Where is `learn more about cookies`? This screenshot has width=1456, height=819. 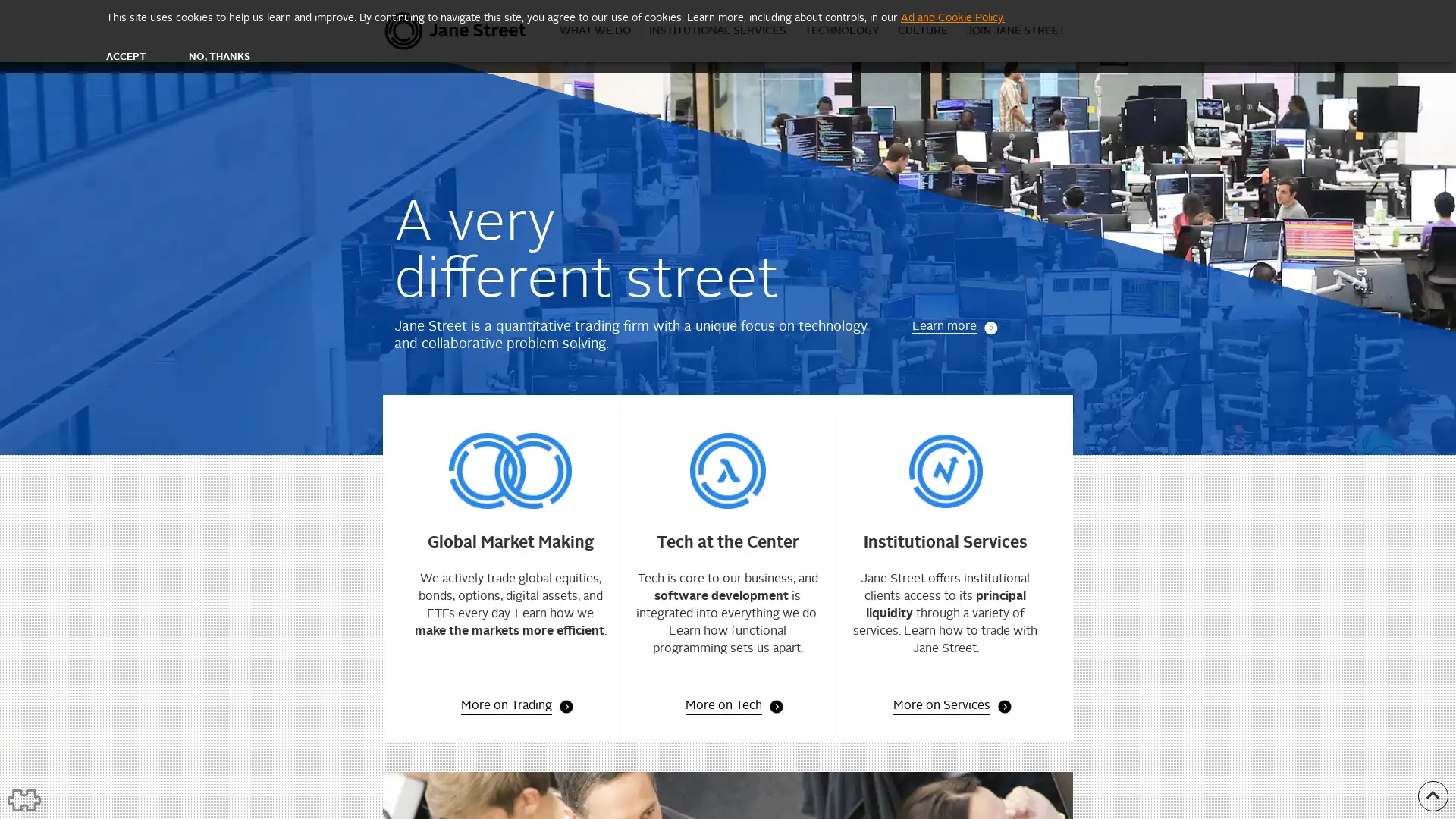 learn more about cookies is located at coordinates (952, 17).